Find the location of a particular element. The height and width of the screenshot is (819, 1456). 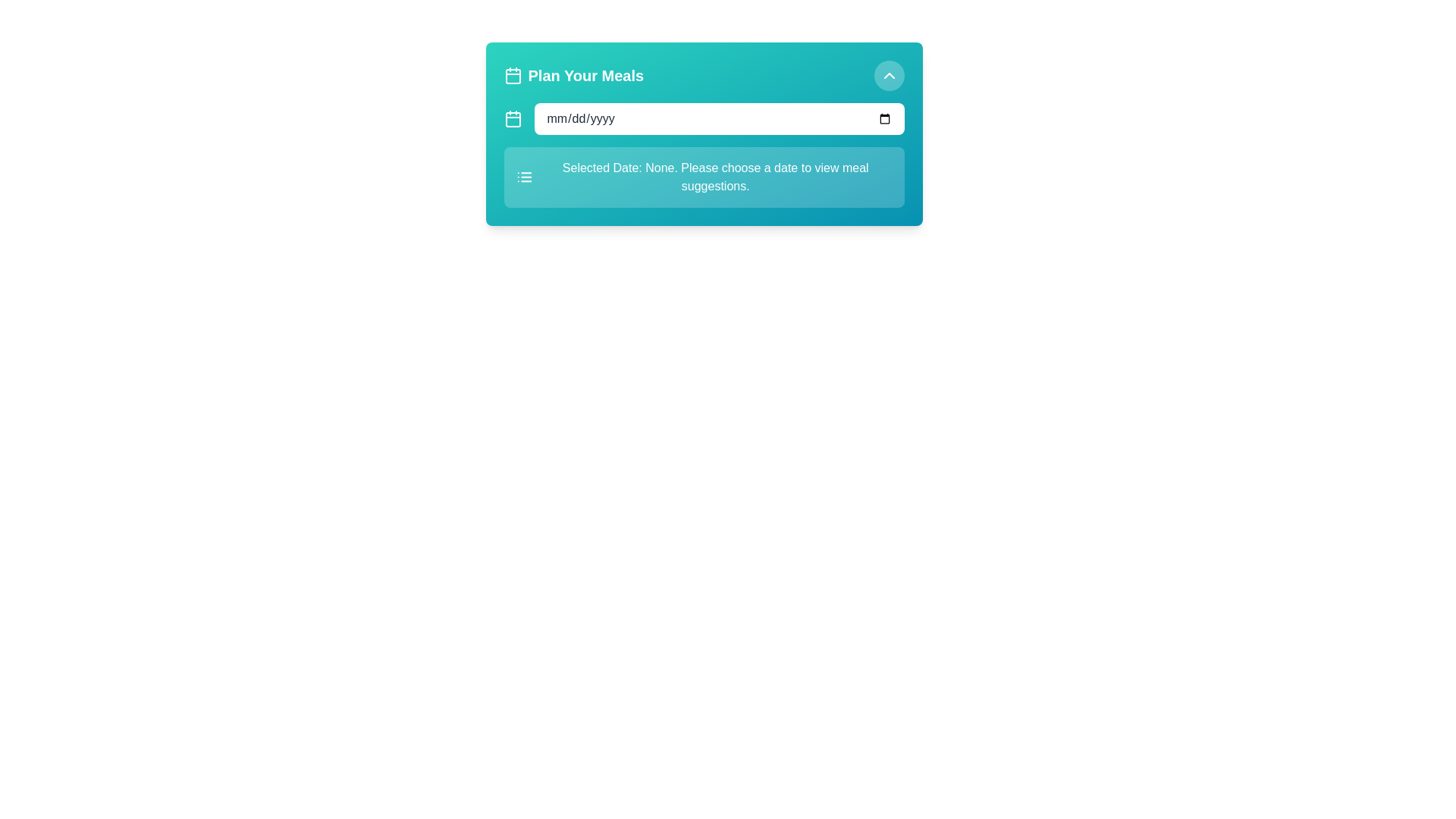

the decorative rectangle within the calendar icon located to the left of the 'mm/dd/yyyy' input field in the 'Plan Your Meals' card is located at coordinates (513, 119).